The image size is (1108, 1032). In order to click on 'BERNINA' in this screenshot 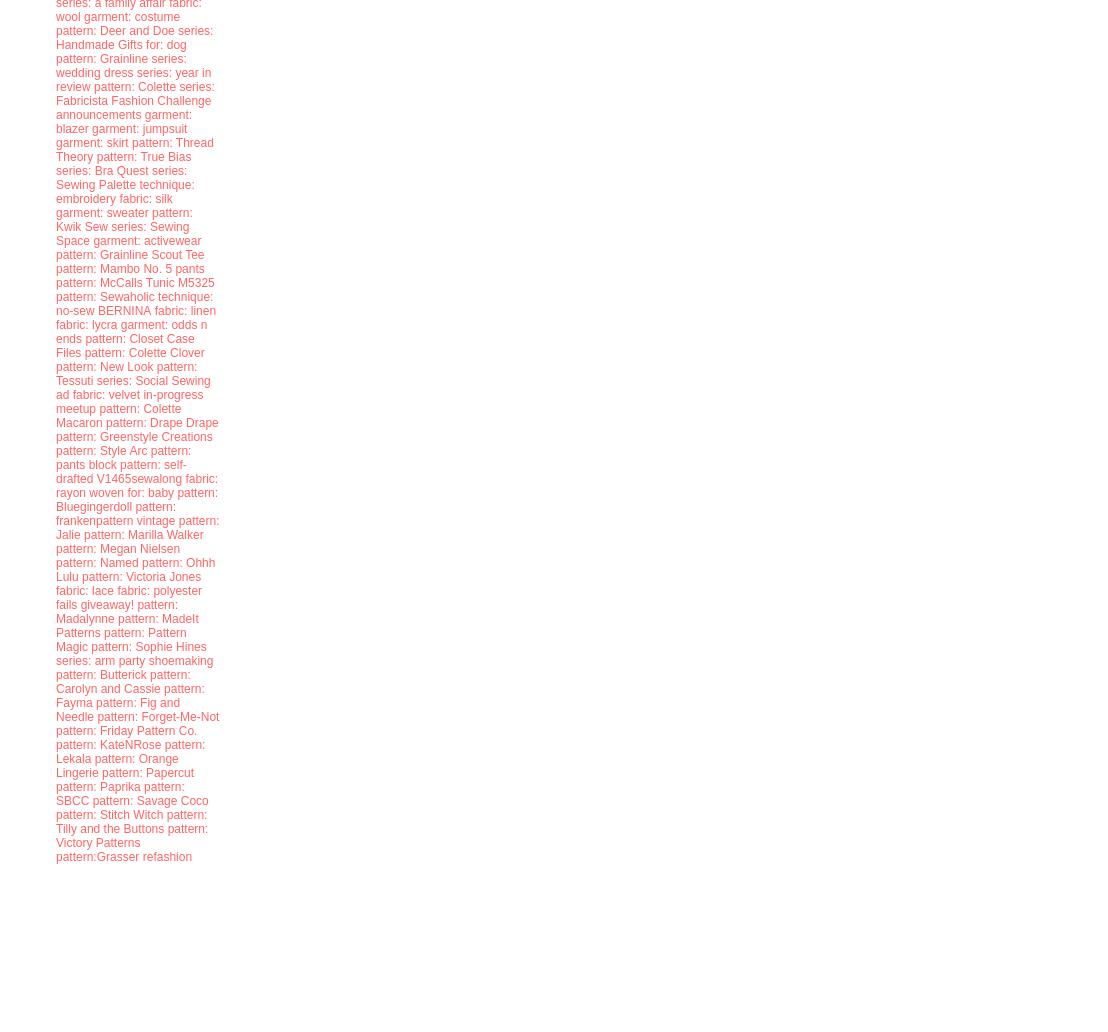, I will do `click(124, 310)`.